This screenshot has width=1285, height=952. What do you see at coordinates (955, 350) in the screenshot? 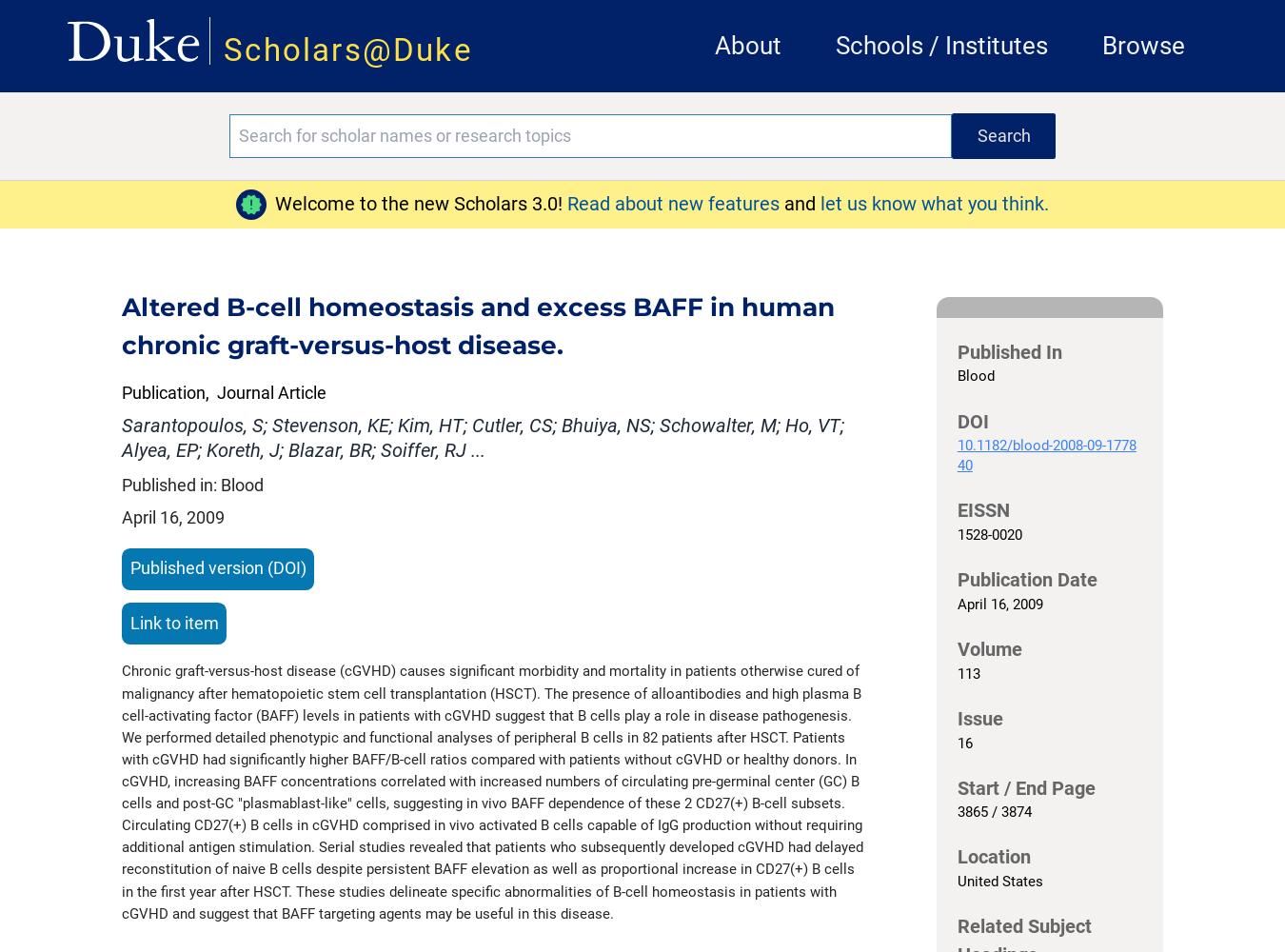
I see `'Published In'` at bounding box center [955, 350].